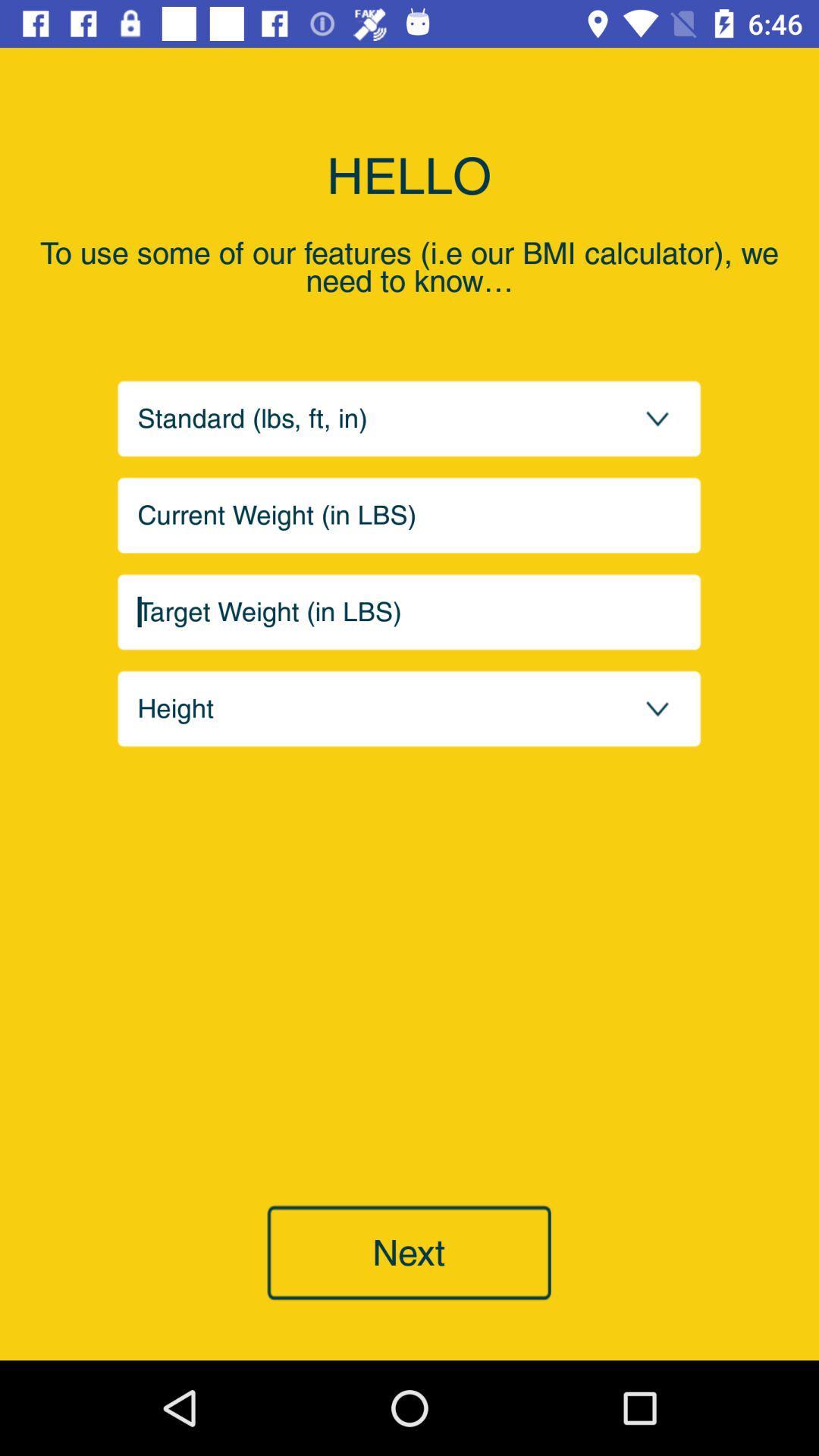 The image size is (819, 1456). What do you see at coordinates (409, 515) in the screenshot?
I see `lbs` at bounding box center [409, 515].